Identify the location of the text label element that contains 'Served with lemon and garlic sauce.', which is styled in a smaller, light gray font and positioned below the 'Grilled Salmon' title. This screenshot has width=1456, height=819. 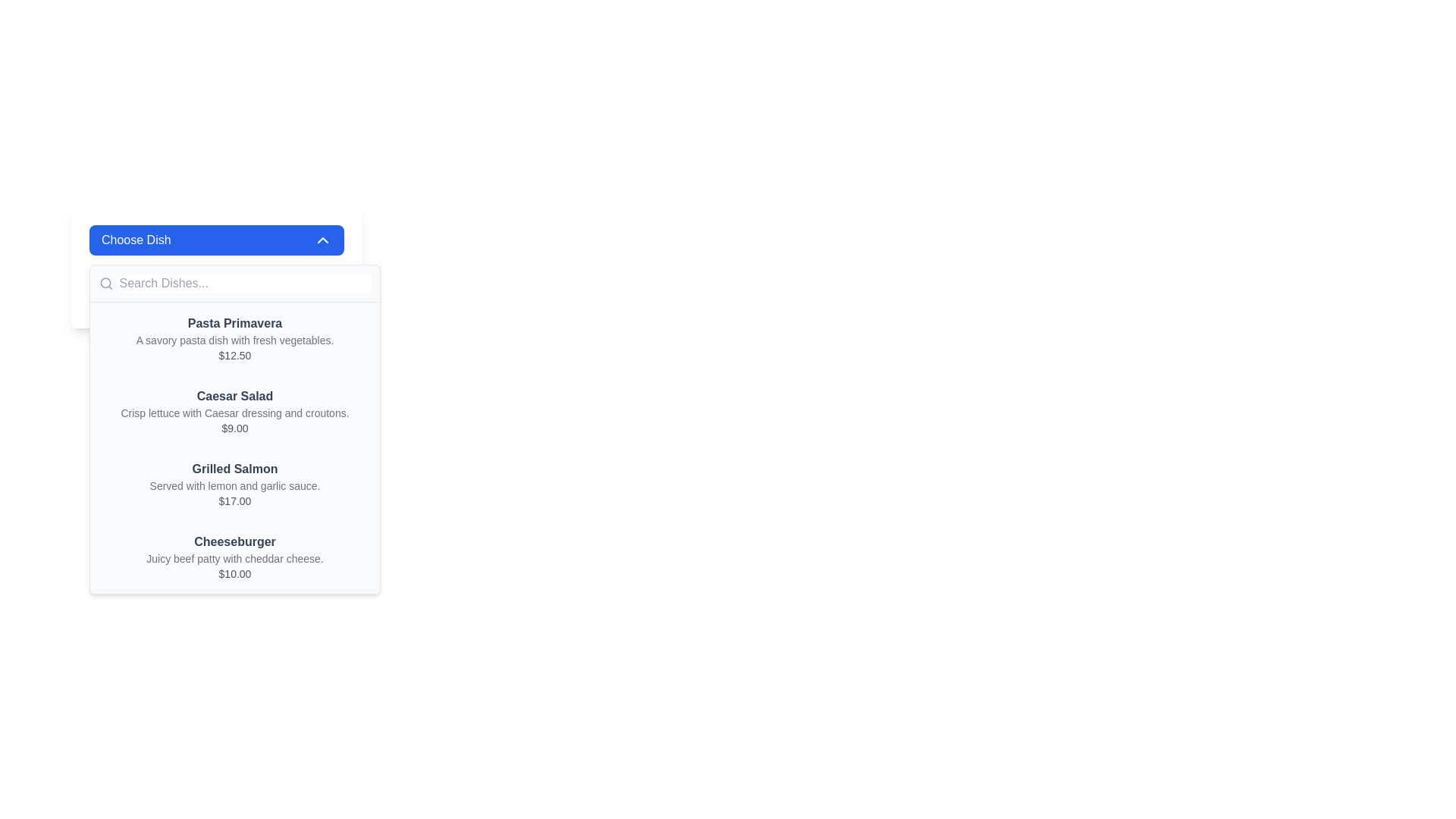
(234, 485).